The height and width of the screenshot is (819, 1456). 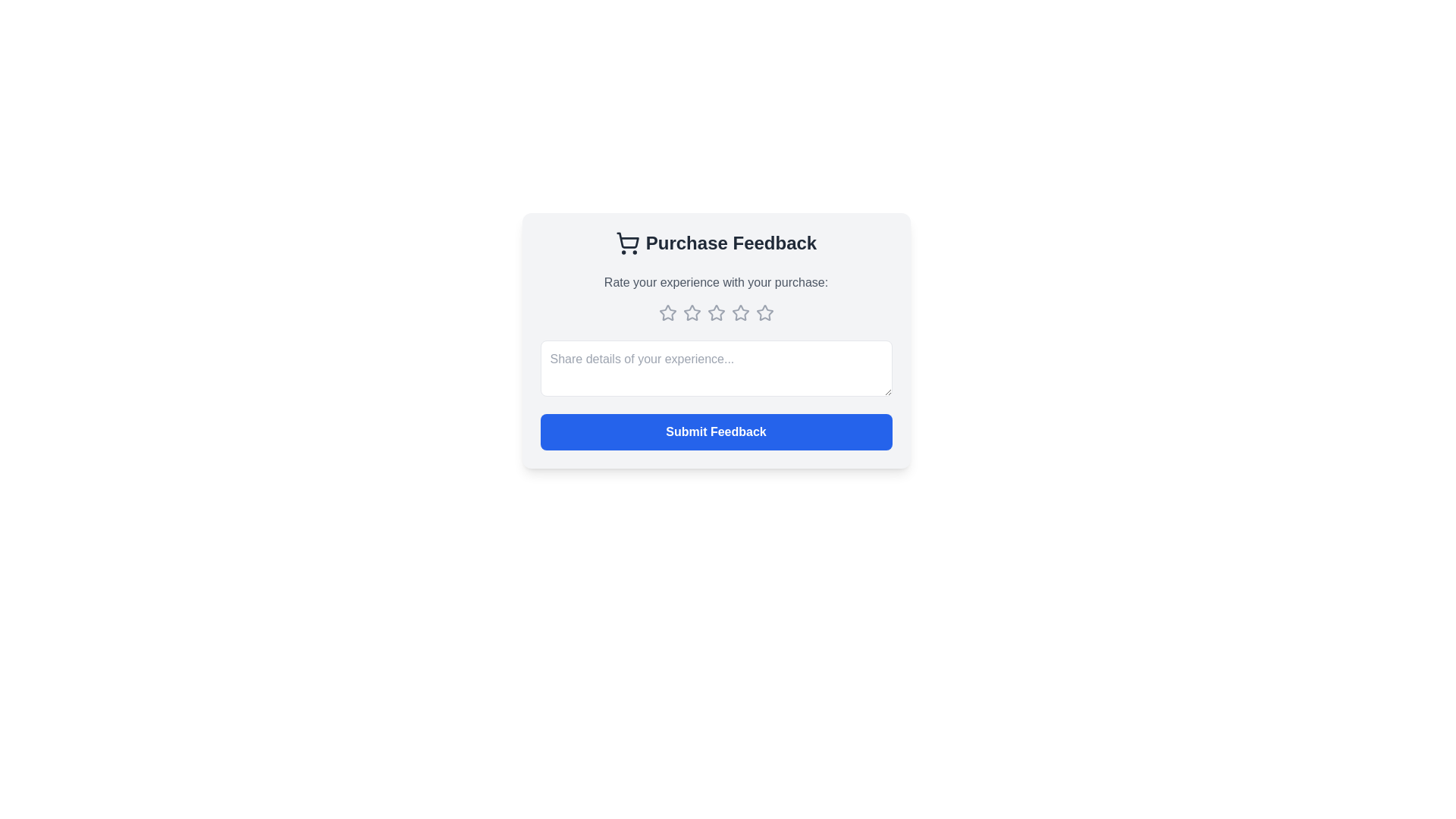 What do you see at coordinates (715, 242) in the screenshot?
I see `the header element displaying 'Purchase Feedback' with a shopping cart icon, located at the top of the card layout` at bounding box center [715, 242].